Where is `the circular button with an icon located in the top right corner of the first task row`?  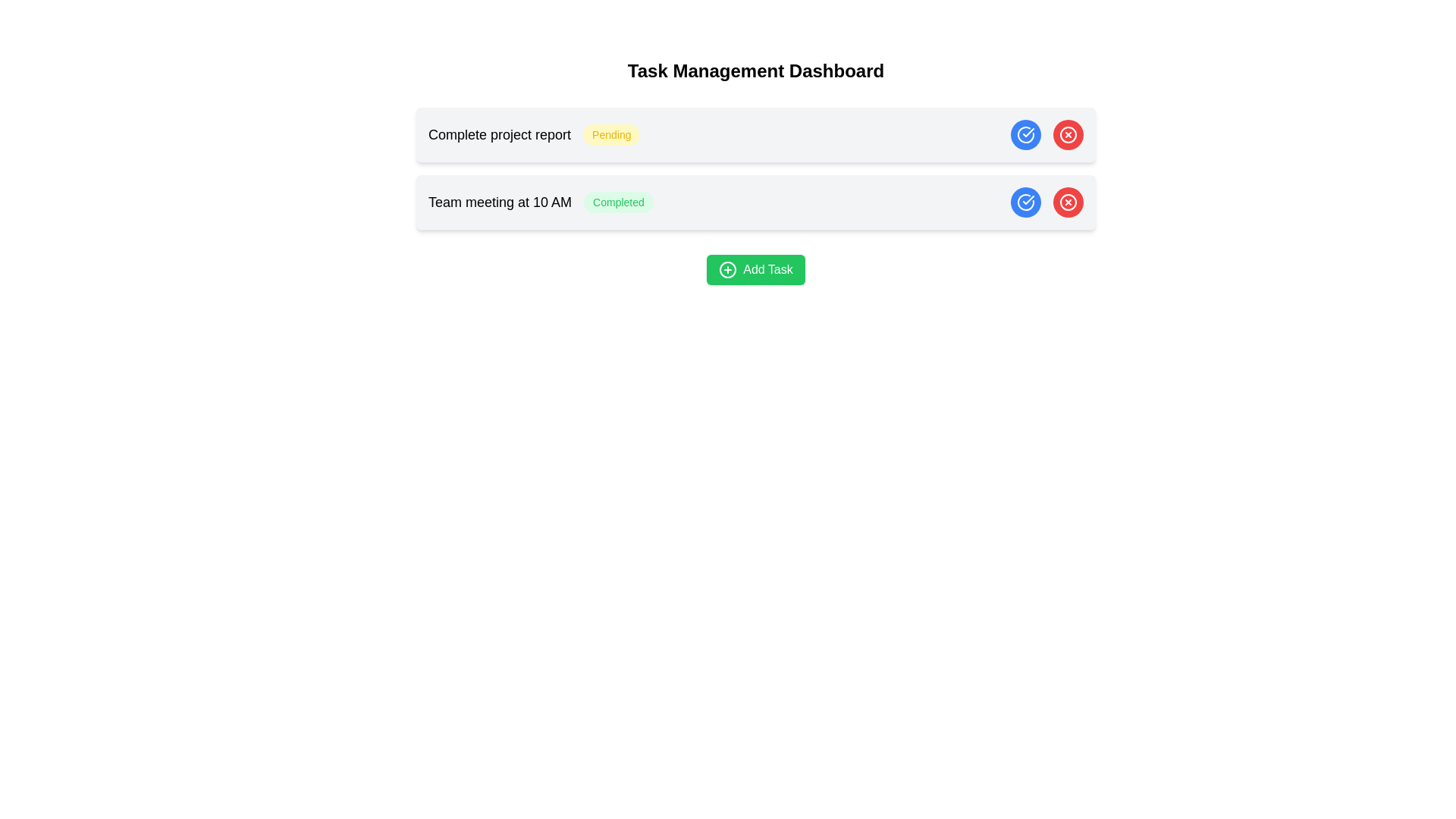
the circular button with an icon located in the top right corner of the first task row is located at coordinates (1068, 133).